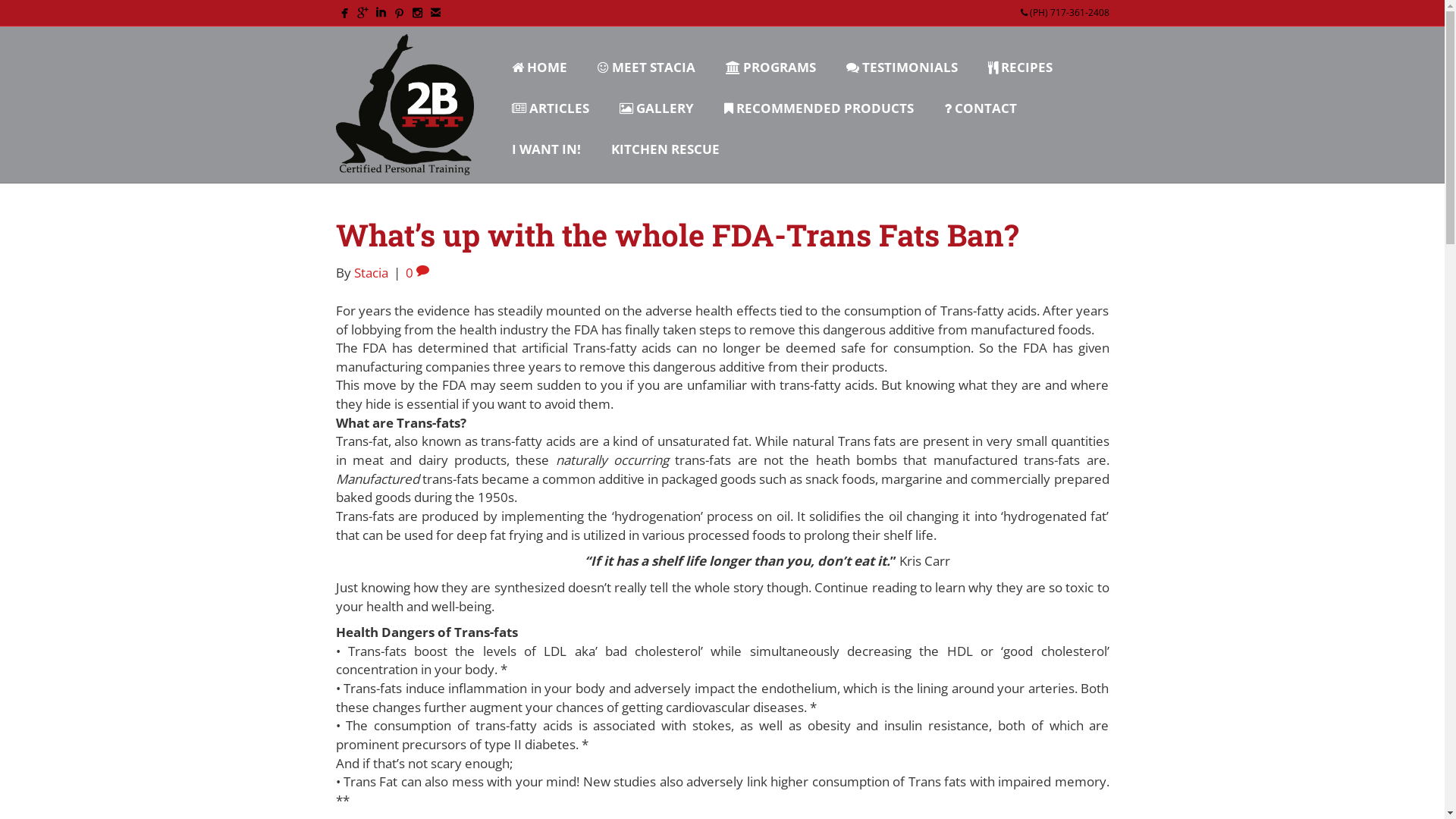 The width and height of the screenshot is (1456, 819). I want to click on 'RECIPES', so click(972, 63).